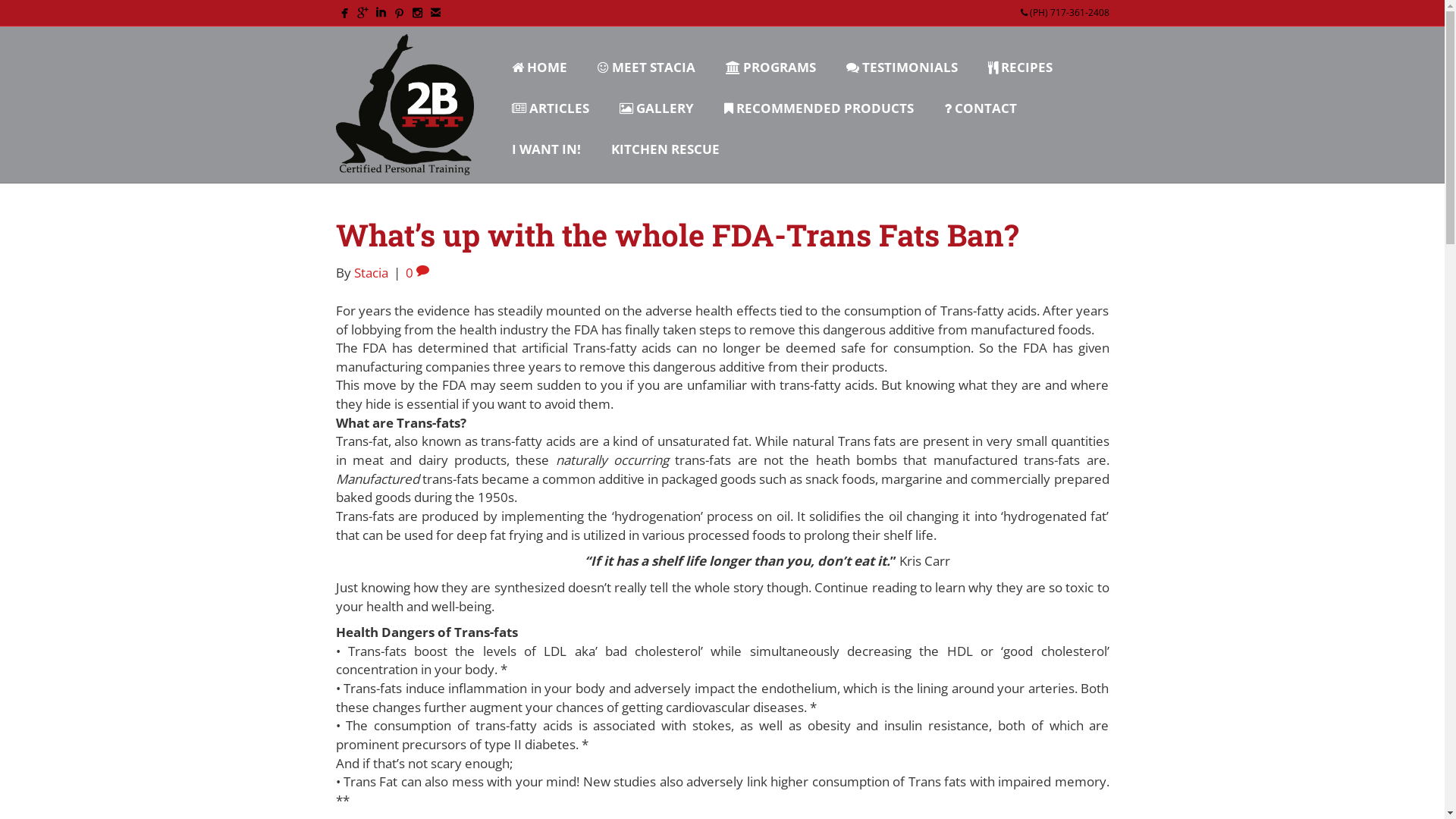 The width and height of the screenshot is (1456, 819). I want to click on 'RECIPES', so click(972, 63).